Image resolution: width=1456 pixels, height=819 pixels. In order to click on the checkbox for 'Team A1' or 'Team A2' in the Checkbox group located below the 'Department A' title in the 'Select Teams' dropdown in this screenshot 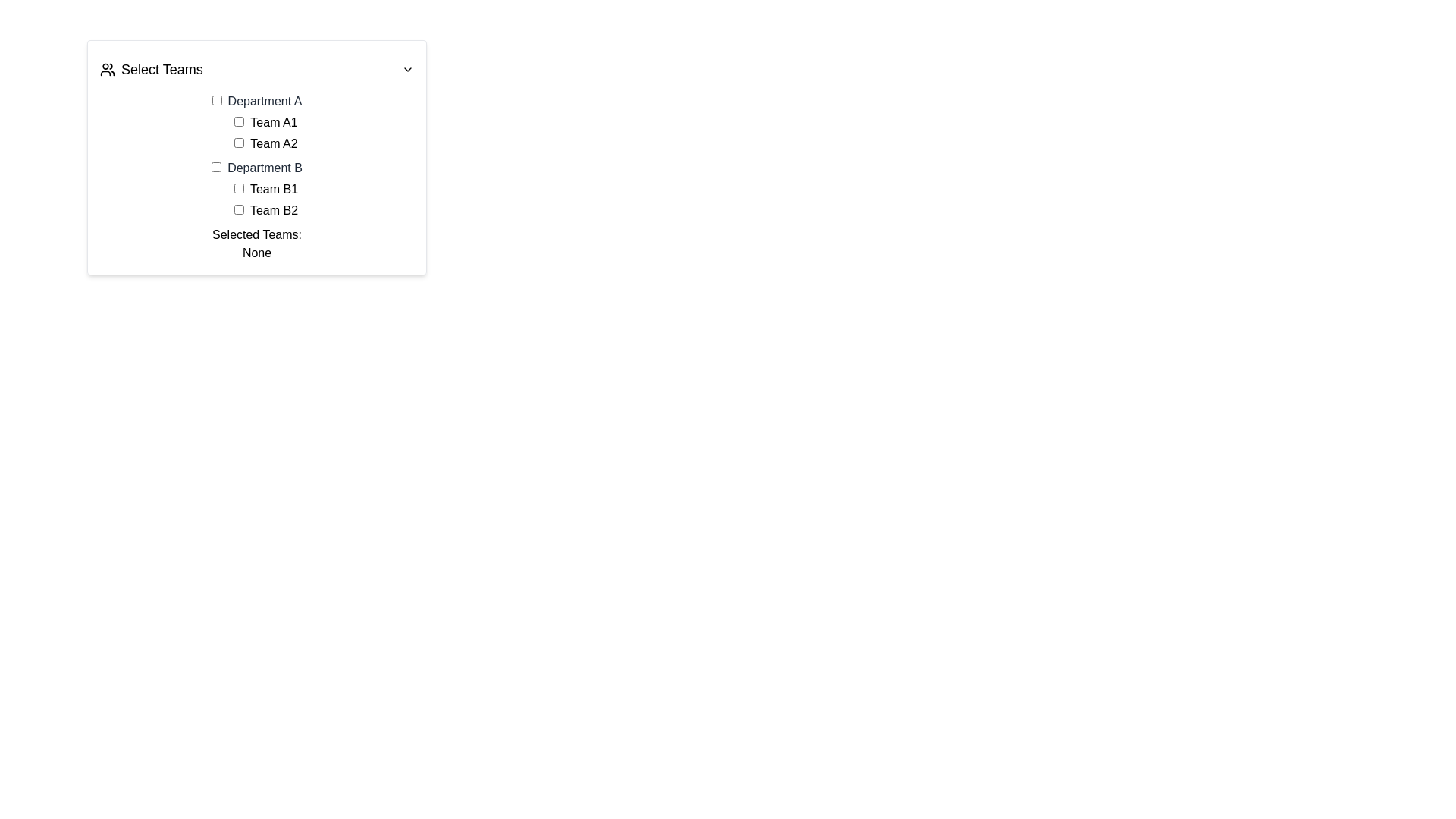, I will do `click(265, 133)`.